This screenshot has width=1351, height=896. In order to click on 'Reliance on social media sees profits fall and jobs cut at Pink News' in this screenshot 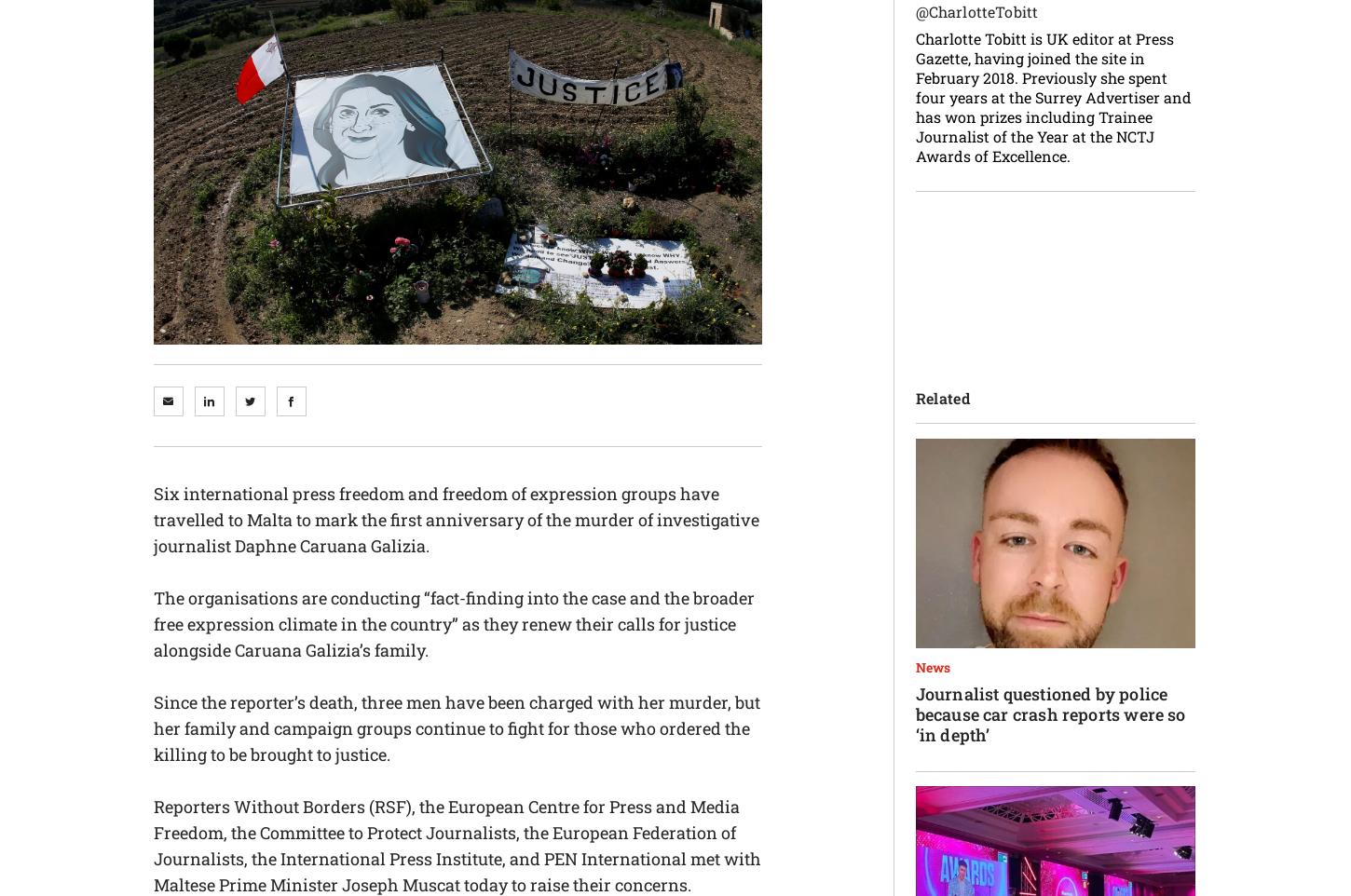, I will do `click(617, 546)`.